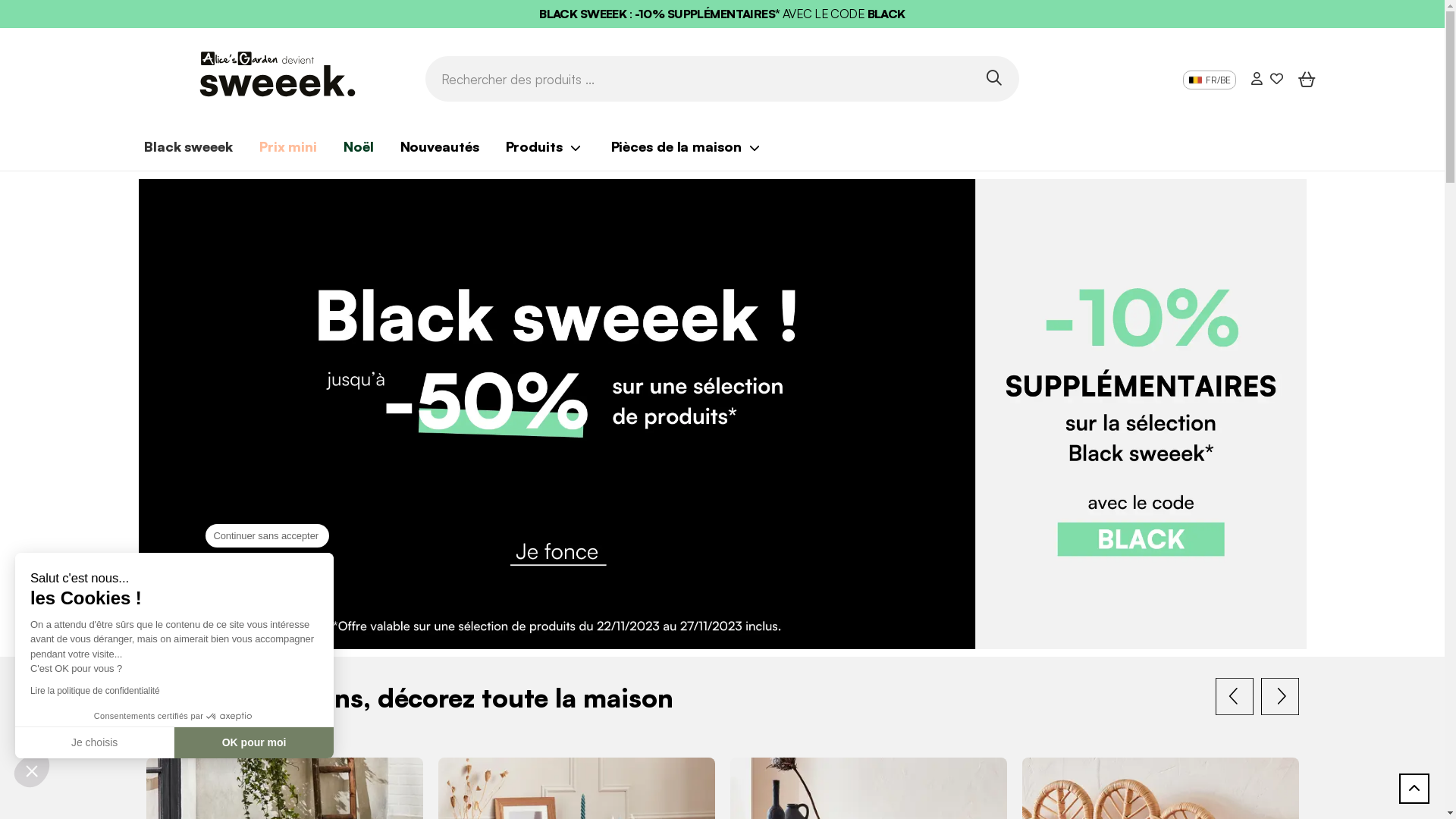 The image size is (1456, 819). Describe the element at coordinates (1234, 696) in the screenshot. I see `'Previous'` at that location.